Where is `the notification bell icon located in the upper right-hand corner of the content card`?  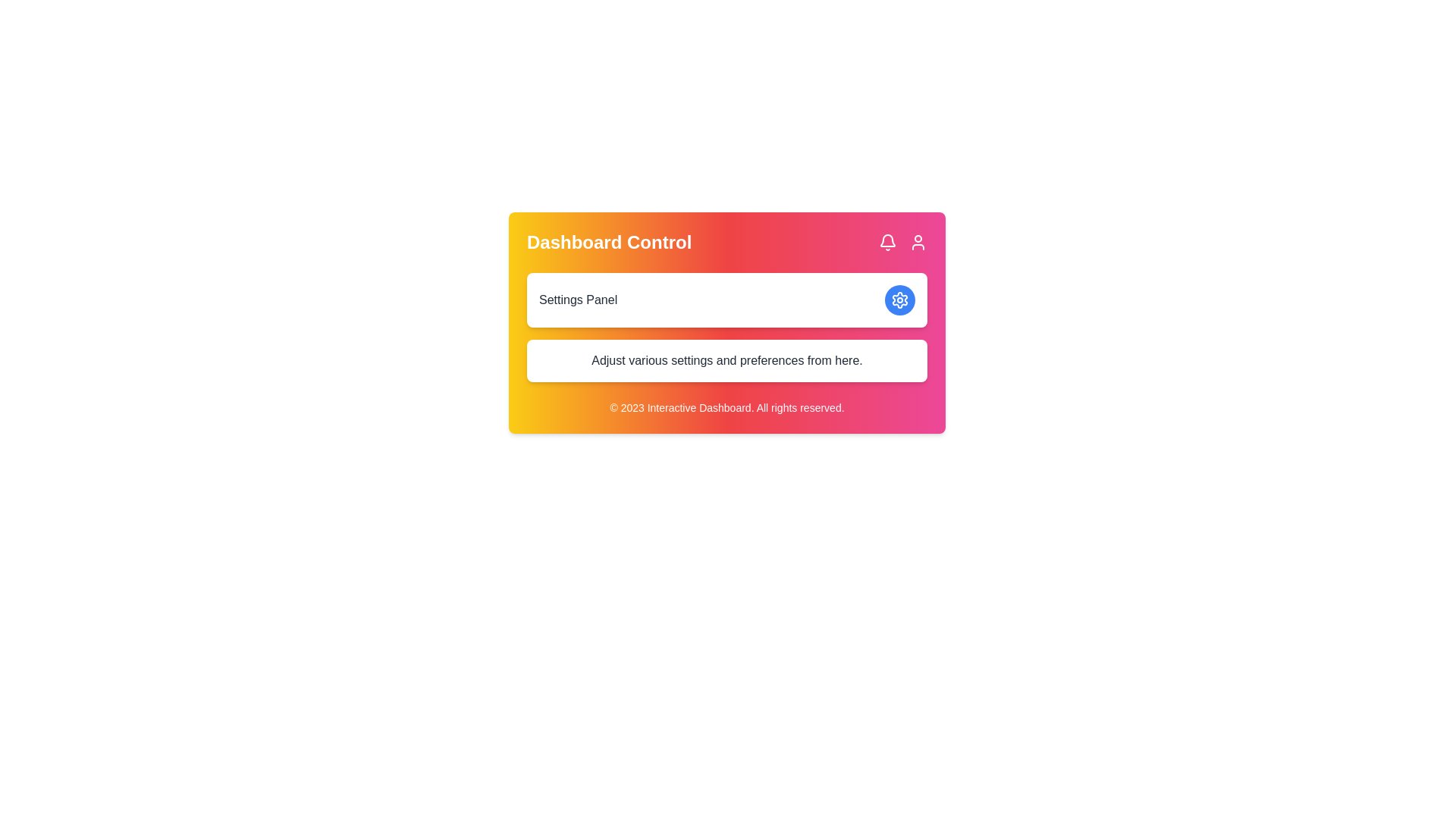 the notification bell icon located in the upper right-hand corner of the content card is located at coordinates (888, 240).